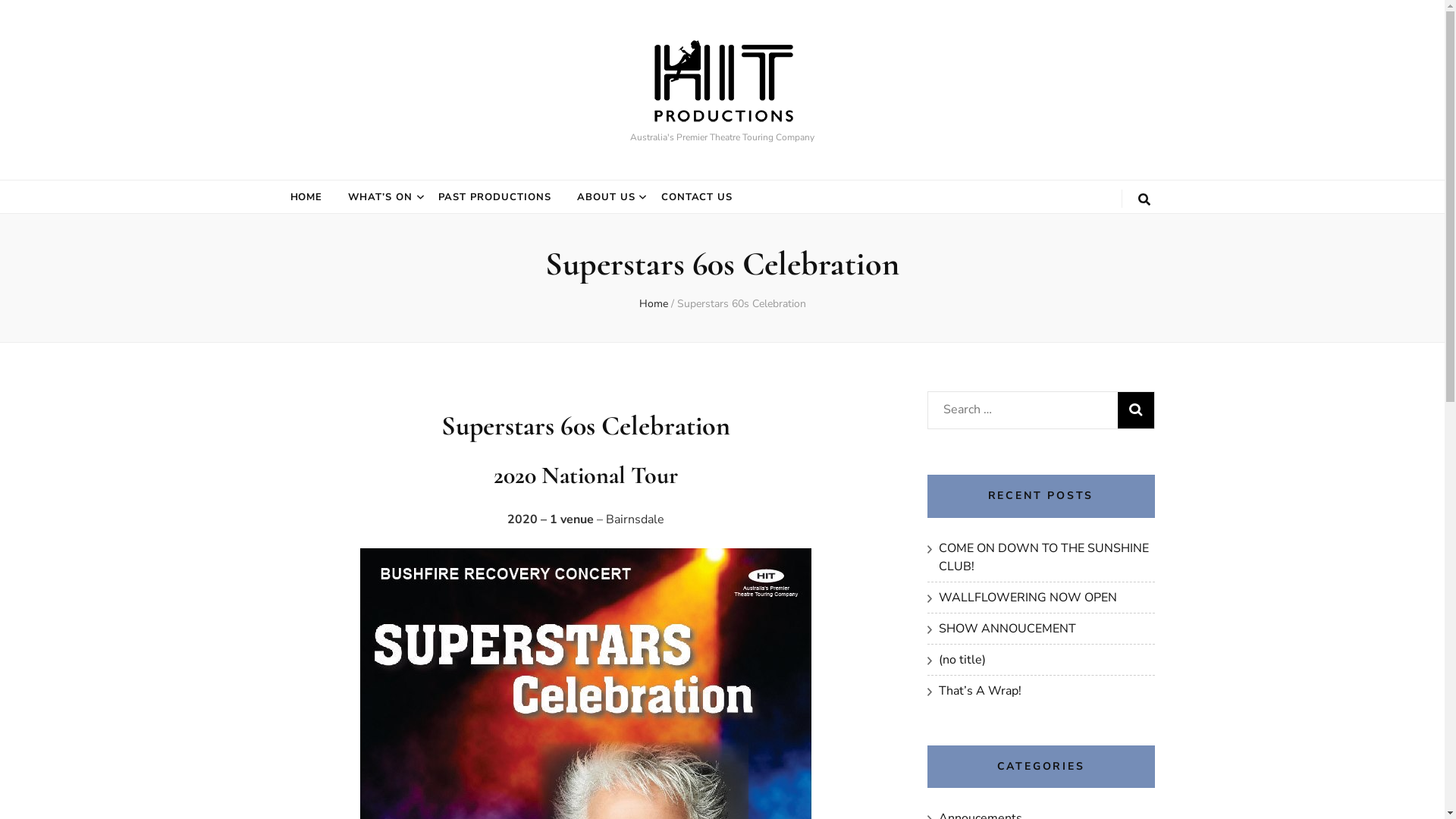  What do you see at coordinates (437, 196) in the screenshot?
I see `'PAST PRODUCTIONS'` at bounding box center [437, 196].